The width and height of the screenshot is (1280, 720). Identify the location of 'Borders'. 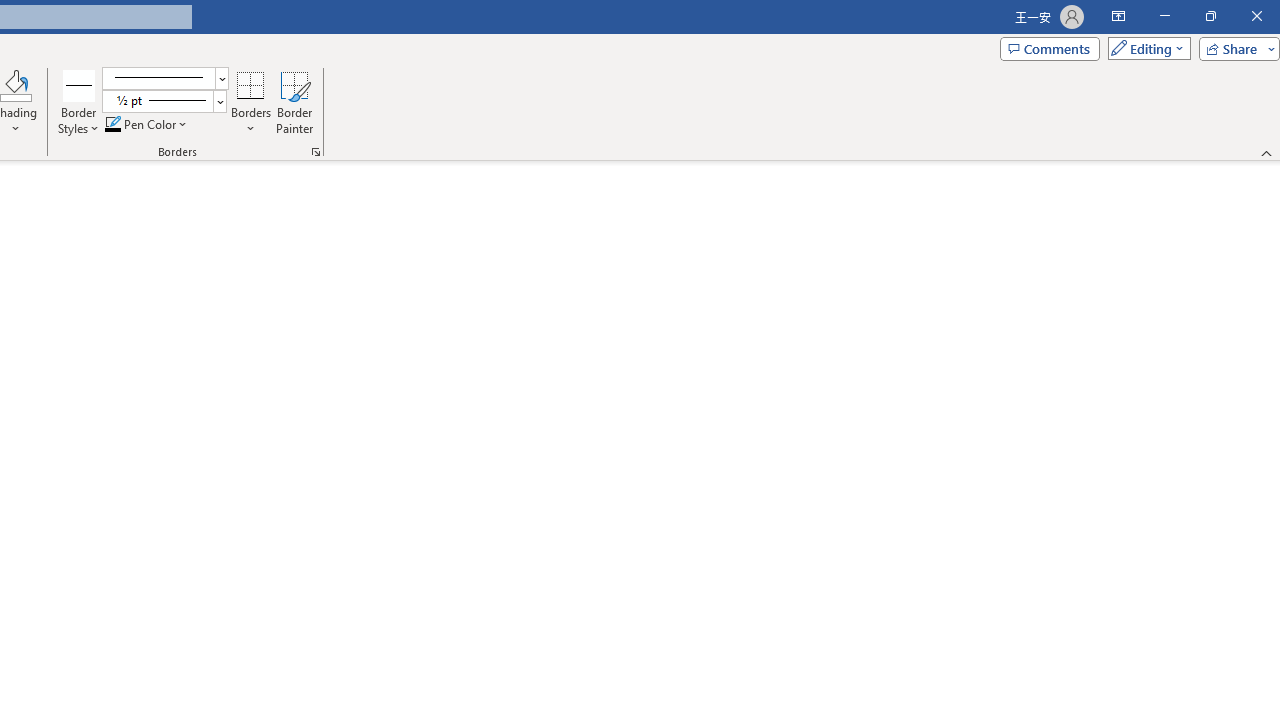
(250, 103).